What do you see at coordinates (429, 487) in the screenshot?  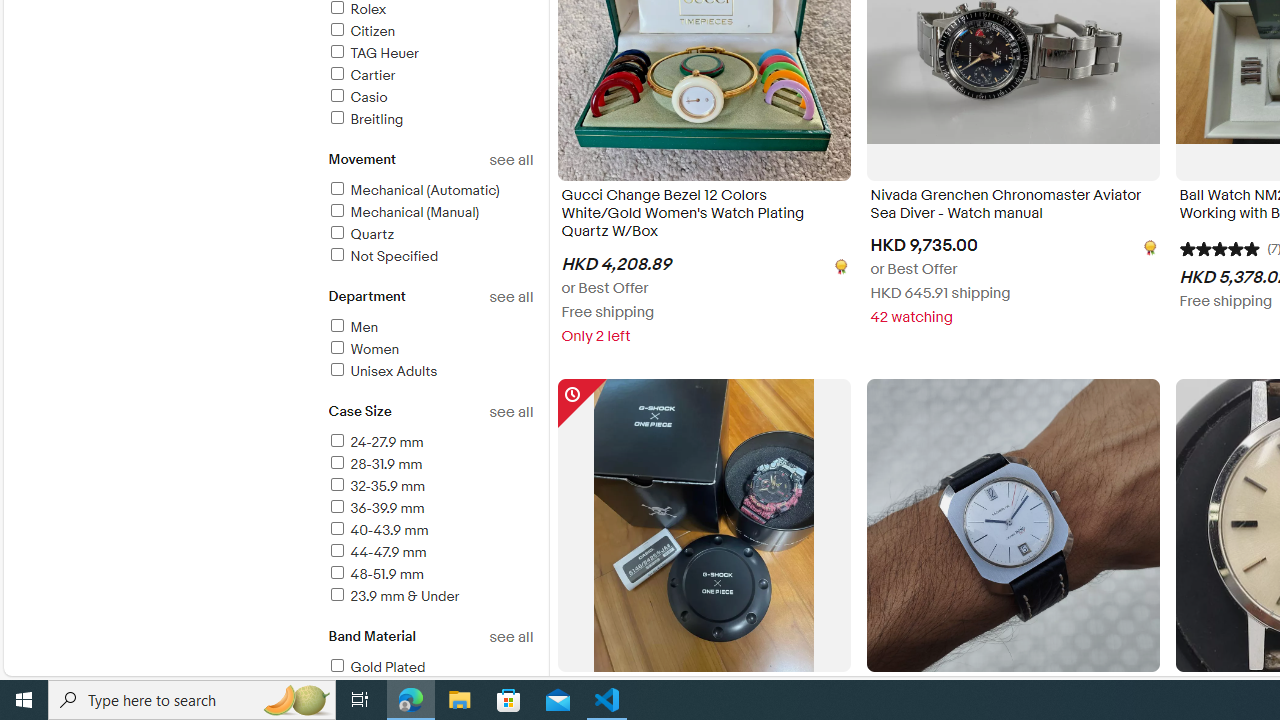 I see `'32-35.9 mm'` at bounding box center [429, 487].